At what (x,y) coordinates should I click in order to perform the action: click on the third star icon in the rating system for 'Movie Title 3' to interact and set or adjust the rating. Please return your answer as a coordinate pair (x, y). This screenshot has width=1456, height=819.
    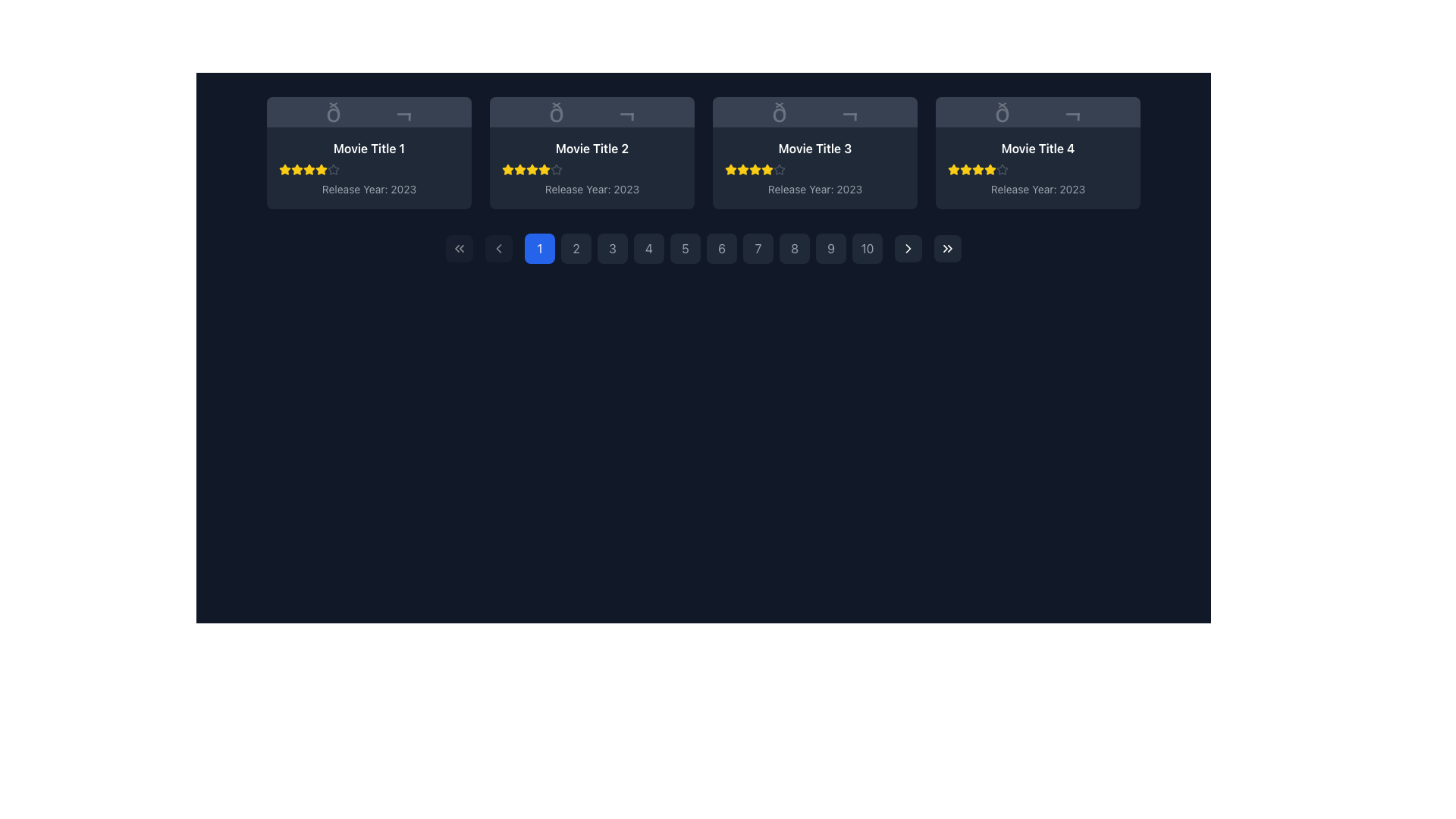
    Looking at the image, I should click on (755, 169).